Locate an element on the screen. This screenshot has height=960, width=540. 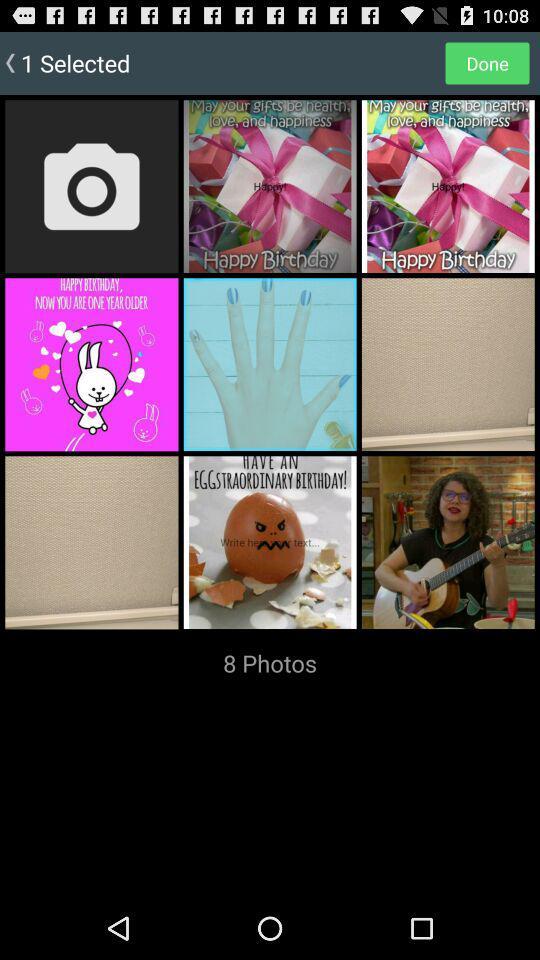
the app at the bottom is located at coordinates (270, 663).